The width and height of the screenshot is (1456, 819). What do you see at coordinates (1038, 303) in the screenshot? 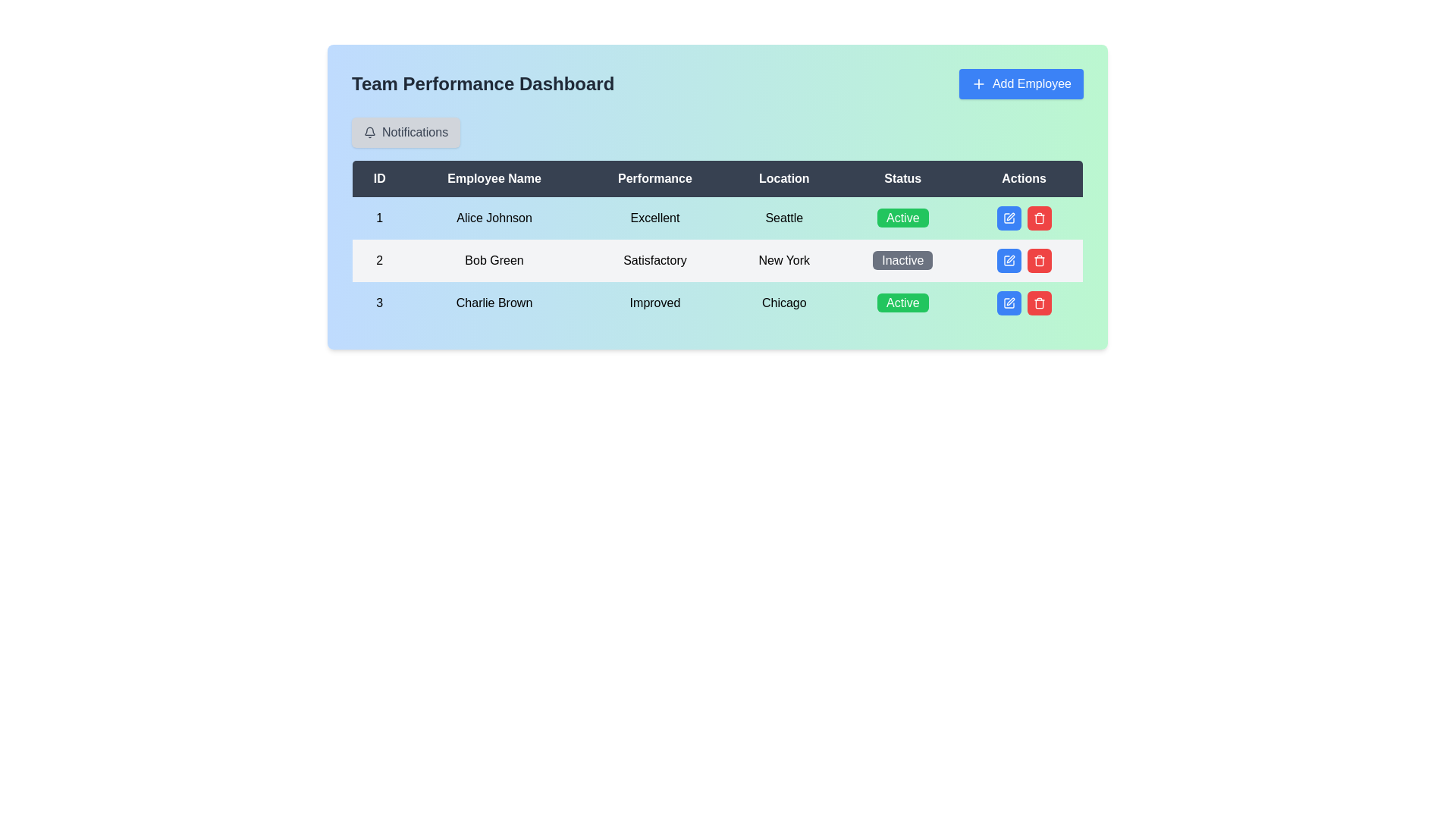
I see `the trash bin icon with a red background located in the button group on the rightmost side of the row for 'Bob Green'` at bounding box center [1038, 303].